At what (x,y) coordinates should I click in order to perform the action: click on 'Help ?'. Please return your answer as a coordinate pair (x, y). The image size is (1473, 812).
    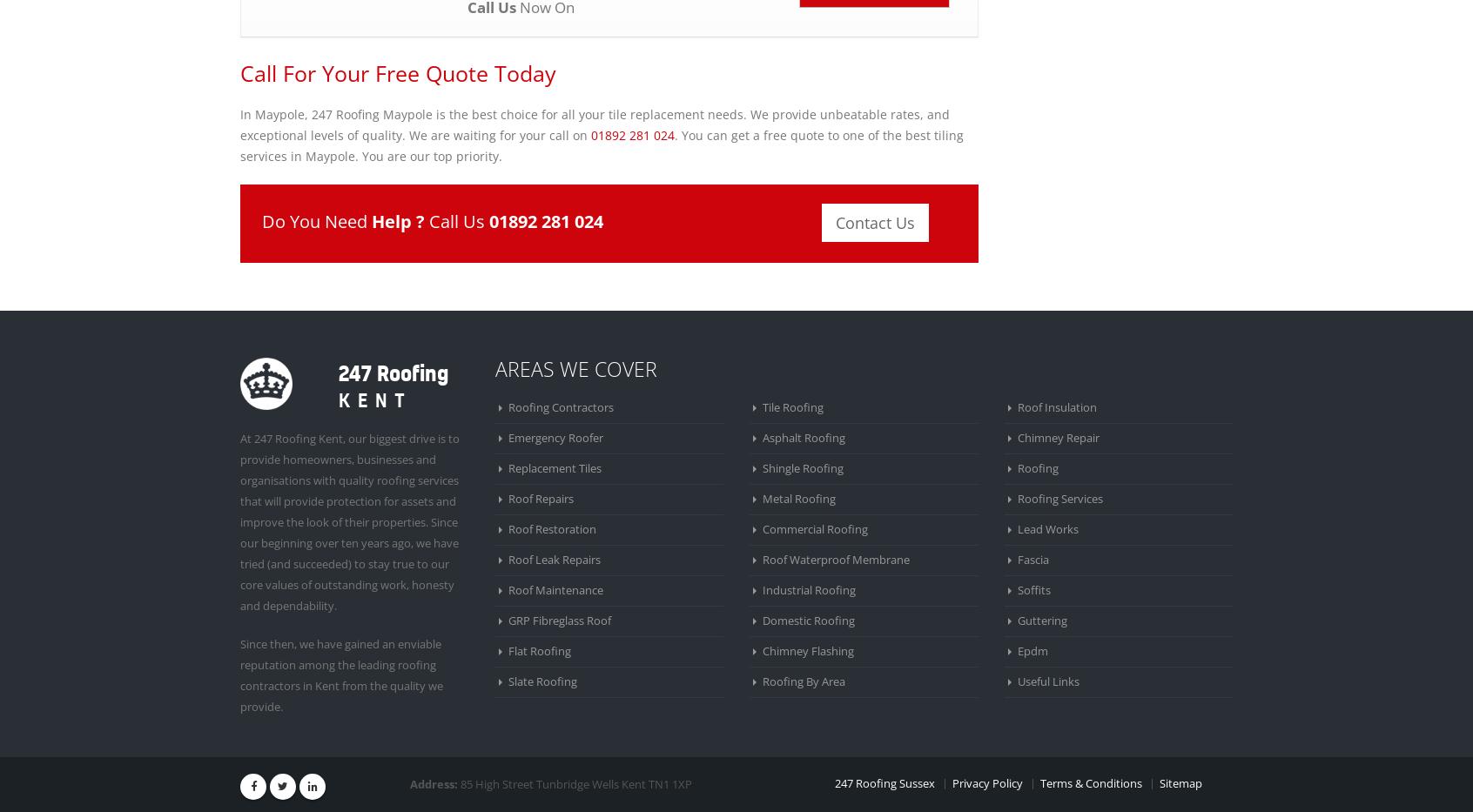
    Looking at the image, I should click on (371, 219).